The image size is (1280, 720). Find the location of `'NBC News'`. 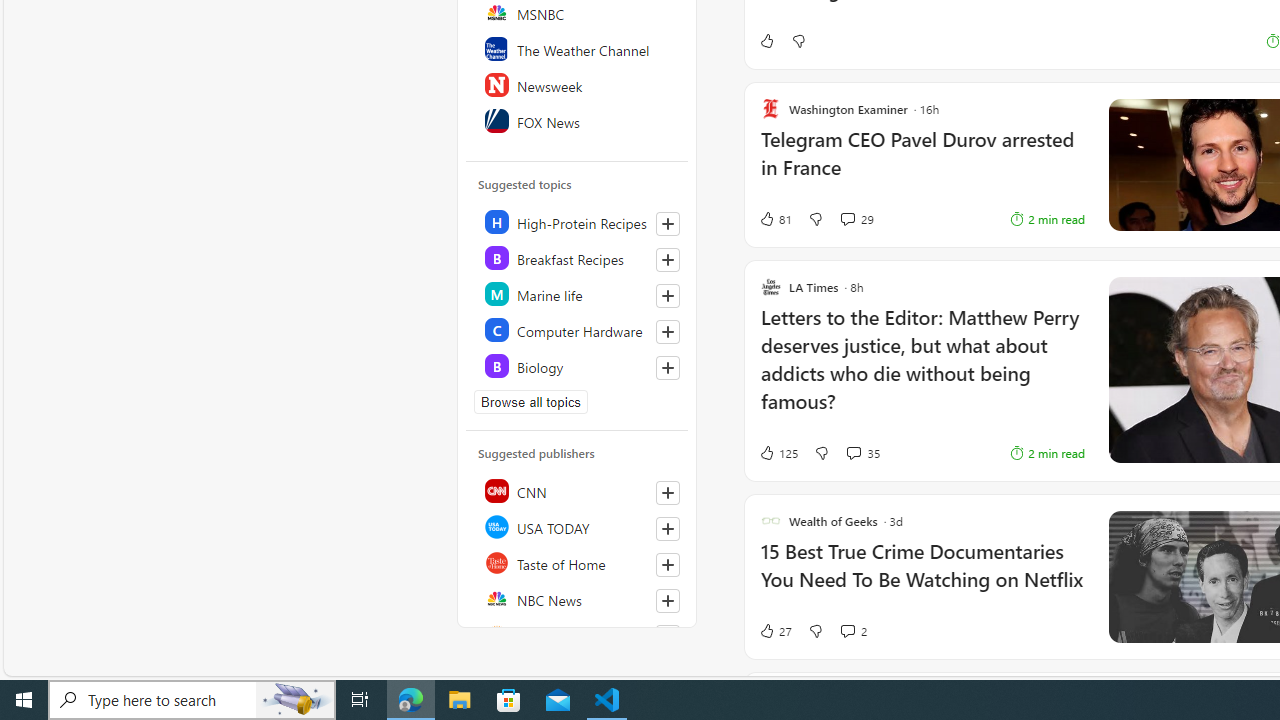

'NBC News' is located at coordinates (577, 598).